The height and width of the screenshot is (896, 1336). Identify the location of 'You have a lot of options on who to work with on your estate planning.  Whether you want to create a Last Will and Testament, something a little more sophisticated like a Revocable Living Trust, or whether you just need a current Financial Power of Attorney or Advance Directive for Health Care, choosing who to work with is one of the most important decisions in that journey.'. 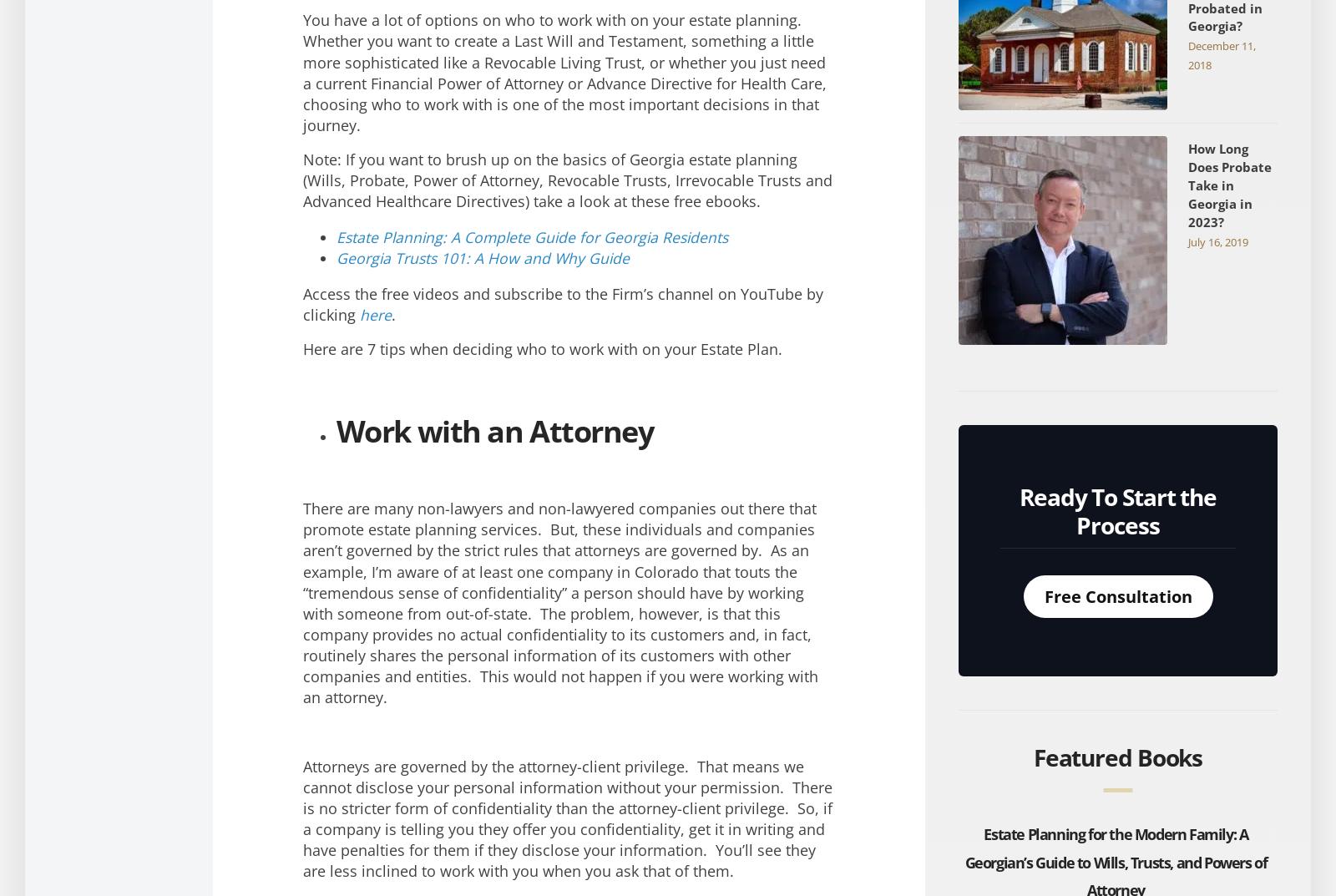
(564, 72).